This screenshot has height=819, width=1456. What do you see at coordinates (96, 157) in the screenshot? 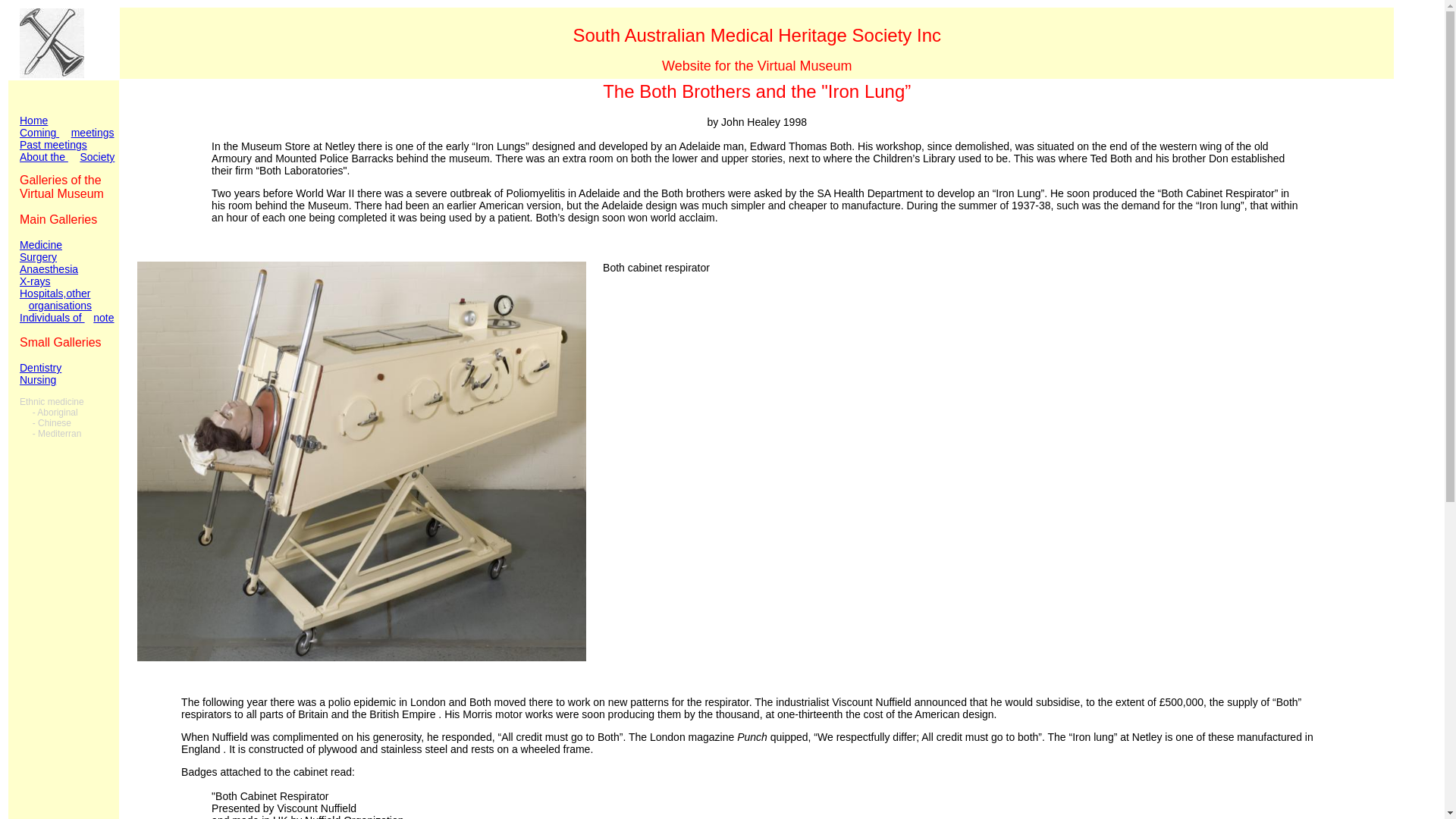
I see `'Society'` at bounding box center [96, 157].